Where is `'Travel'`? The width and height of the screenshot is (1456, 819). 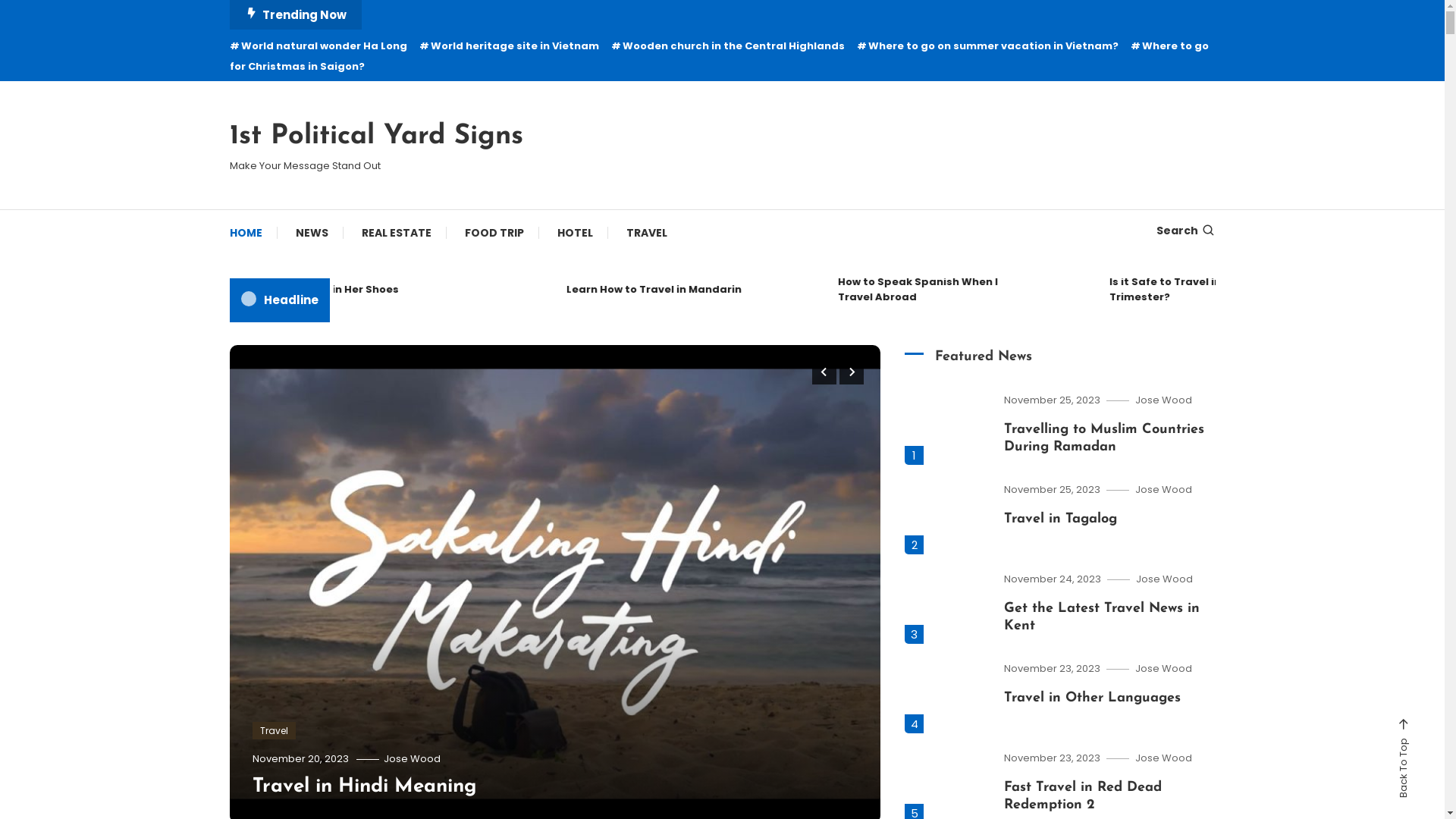 'Travel' is located at coordinates (273, 730).